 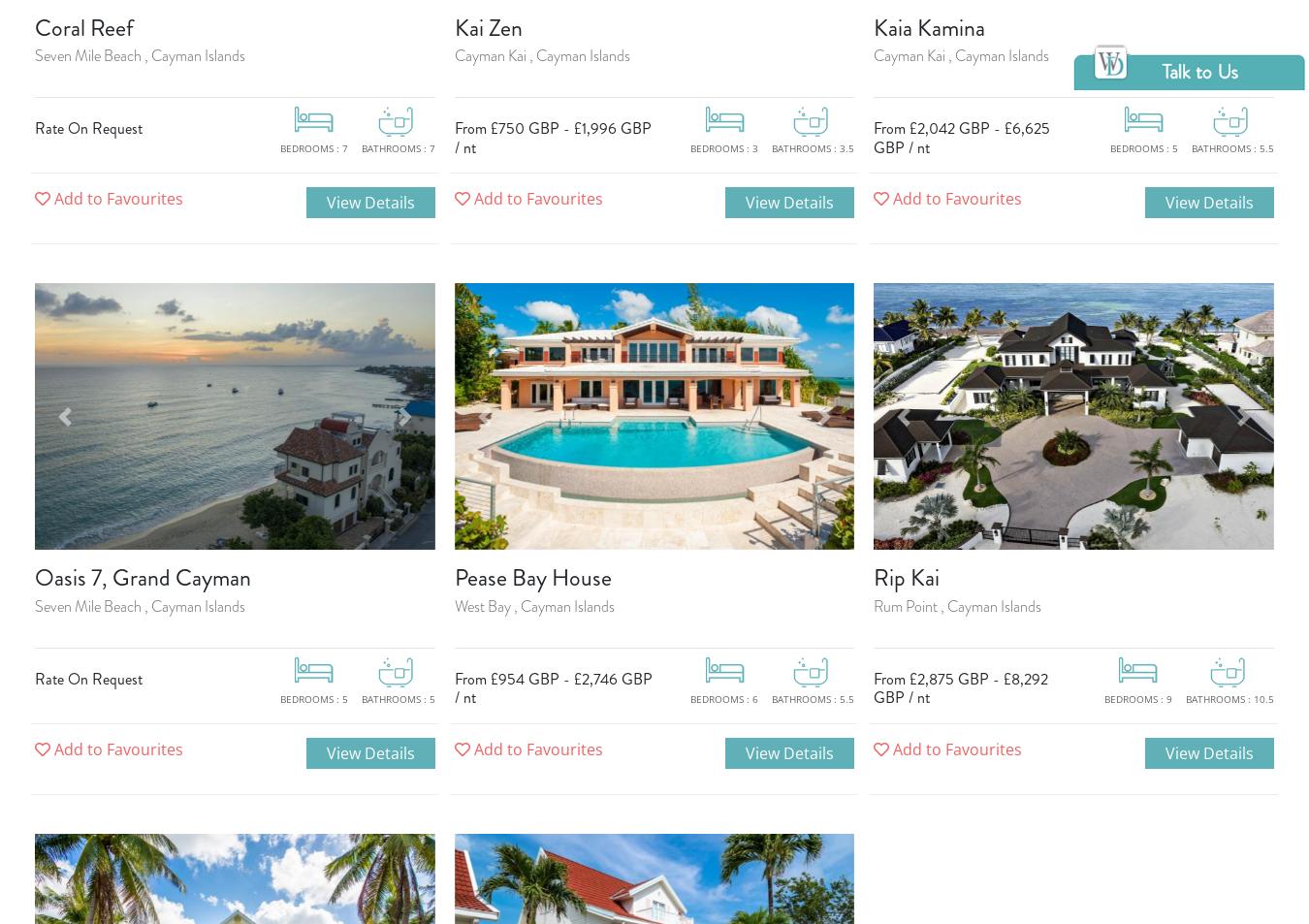 What do you see at coordinates (143, 578) in the screenshot?
I see `'Oasis 7, Grand Cayman'` at bounding box center [143, 578].